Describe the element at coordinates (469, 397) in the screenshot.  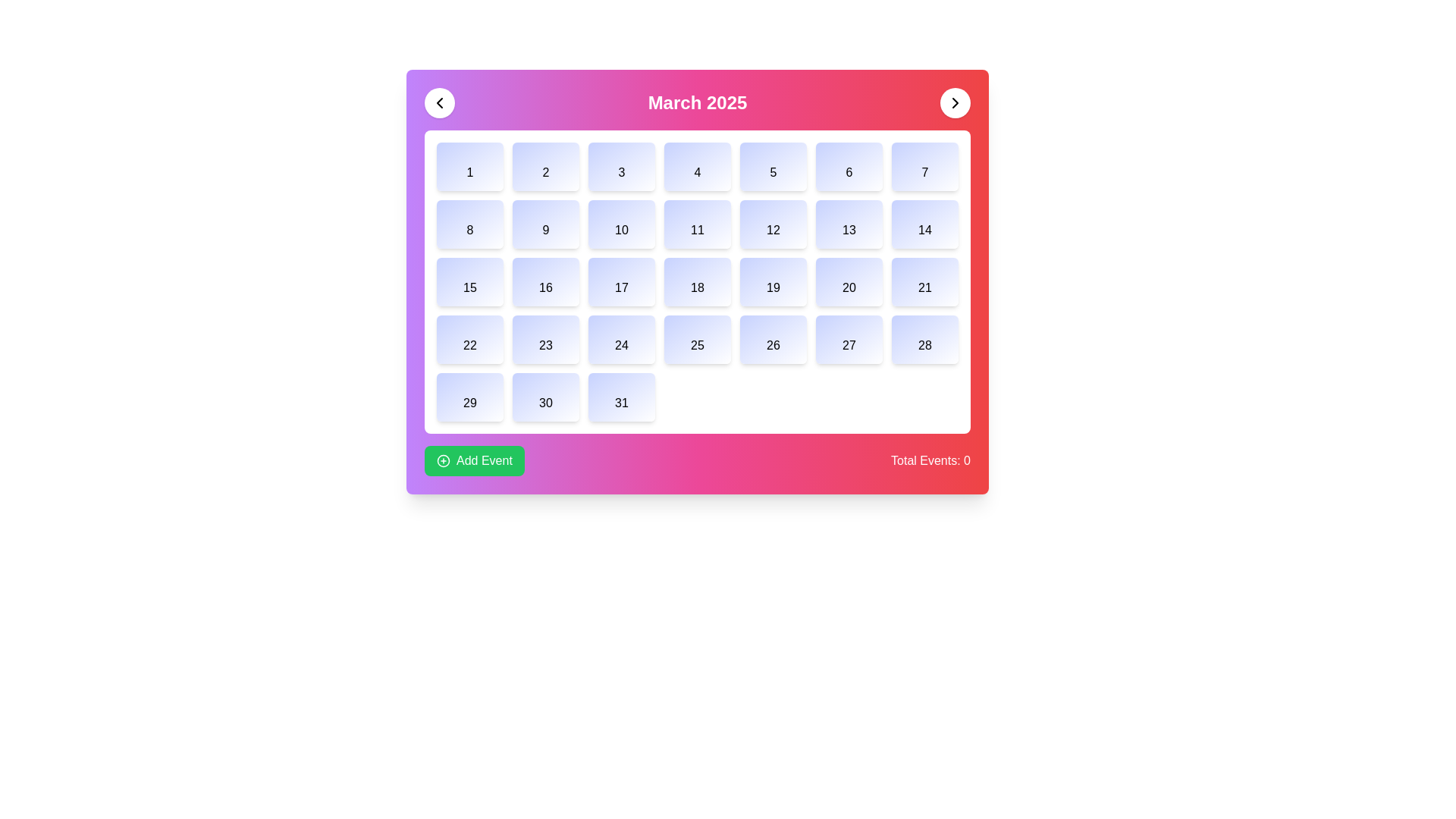
I see `the Text Display (Calendar Cell) representing the 29th day in the calendar` at that location.